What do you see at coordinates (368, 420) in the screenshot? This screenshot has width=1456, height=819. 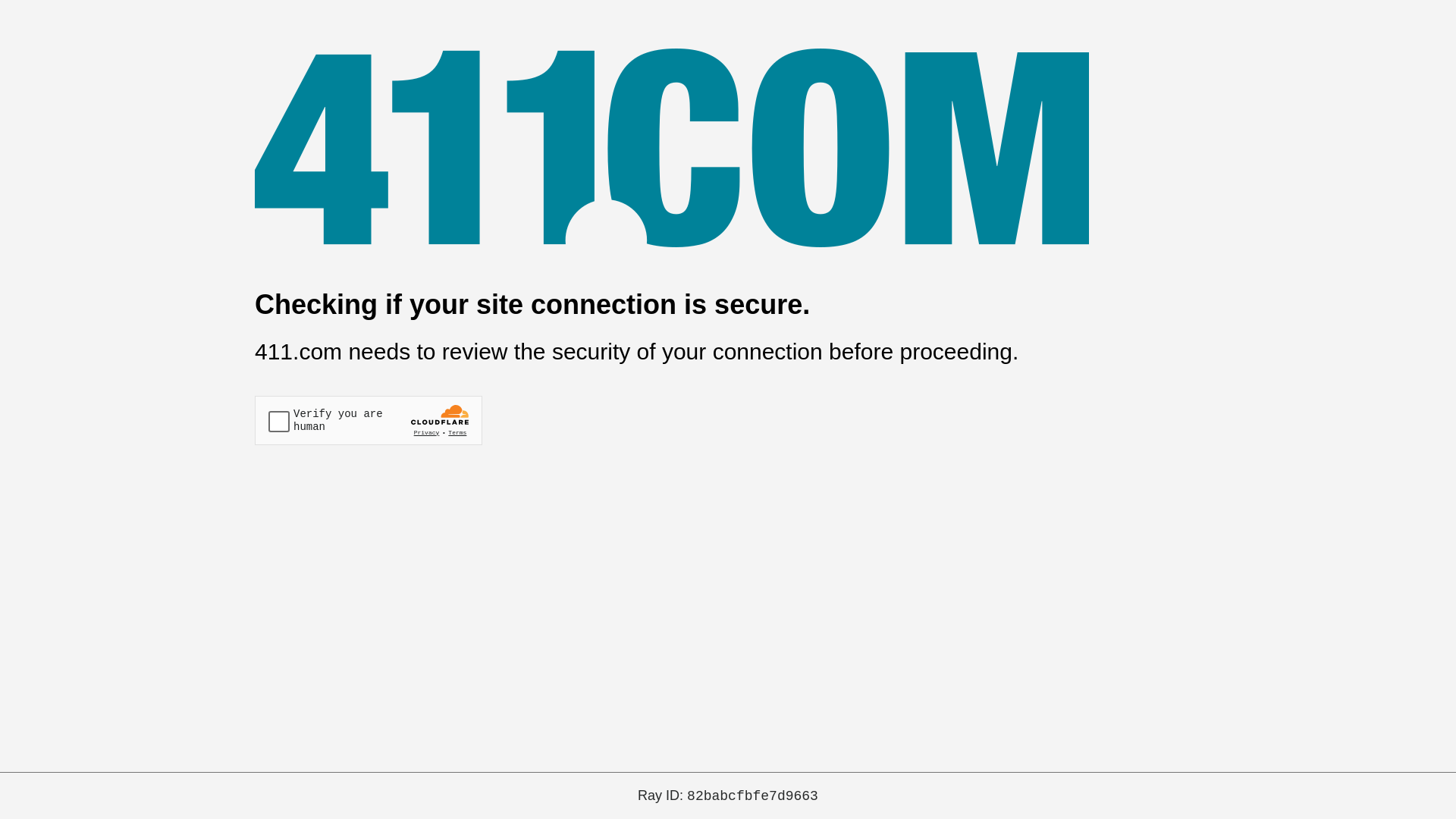 I see `'Widget containing a Cloudflare security challenge'` at bounding box center [368, 420].